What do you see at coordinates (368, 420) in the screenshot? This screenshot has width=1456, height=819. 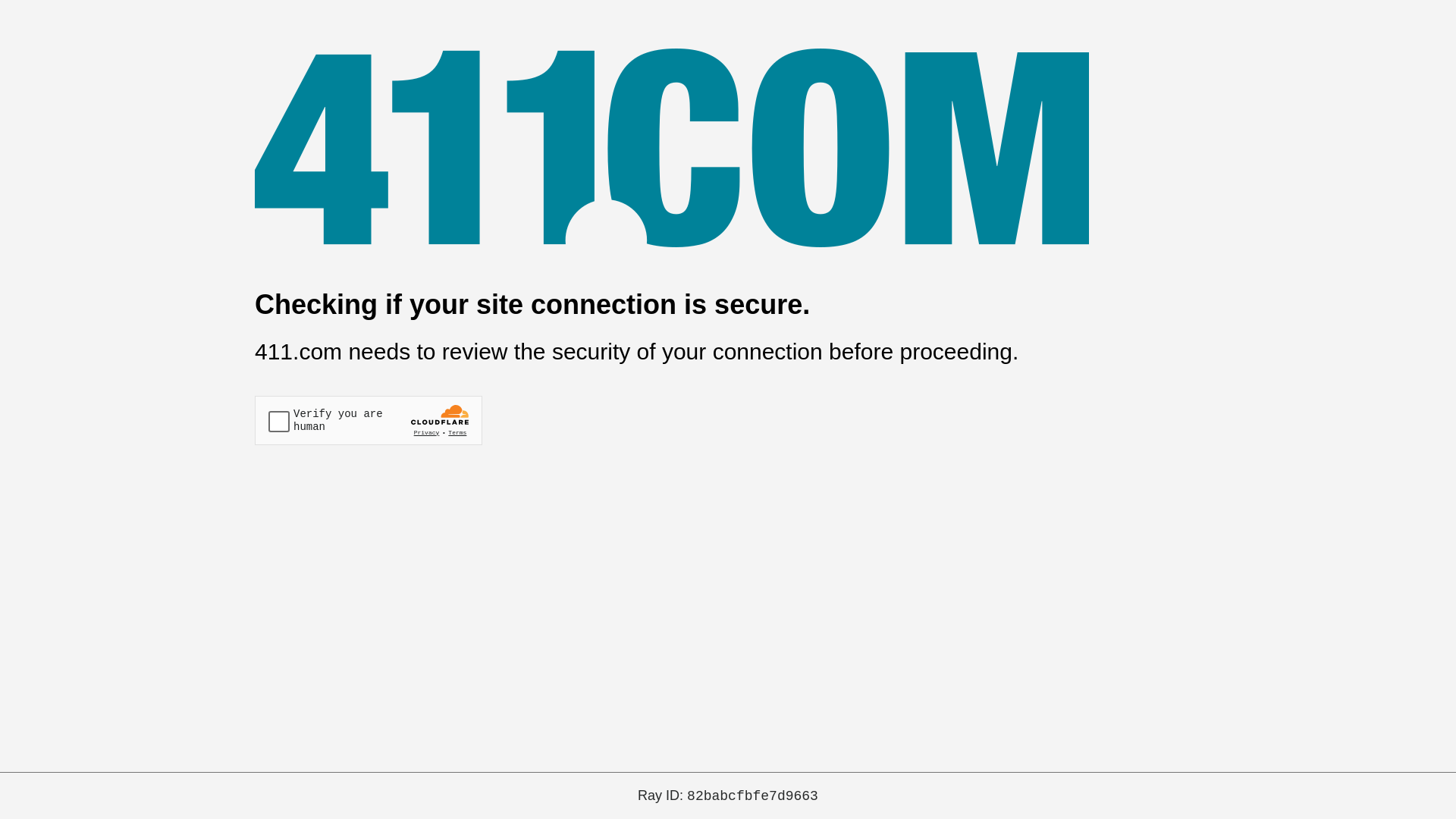 I see `'Widget containing a Cloudflare security challenge'` at bounding box center [368, 420].